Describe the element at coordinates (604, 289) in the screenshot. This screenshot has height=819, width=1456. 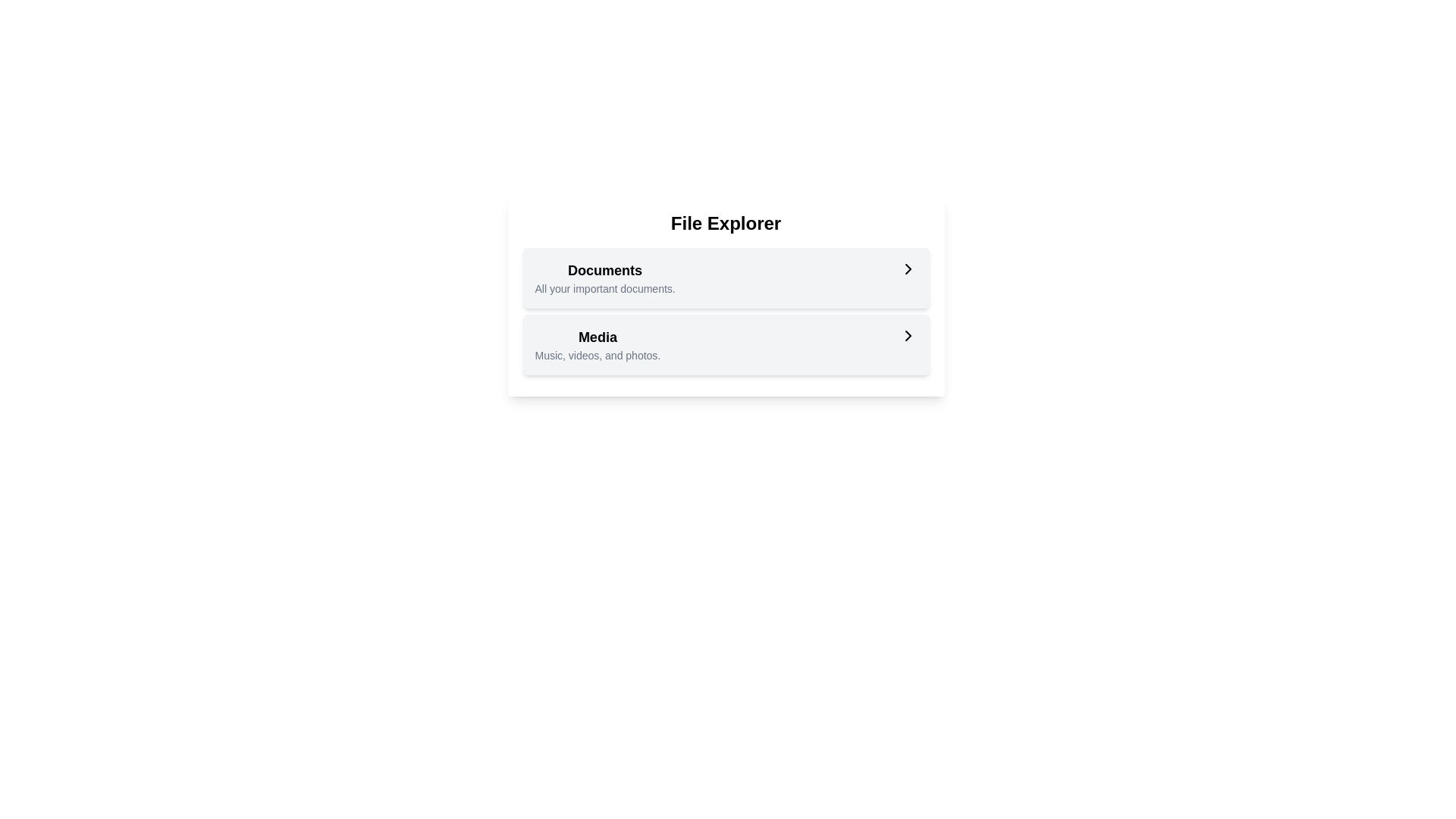
I see `the static text element providing supplementary information about the 'Documents' section, located directly beneath the 'Documents' label in the 'File Explorer' interface` at that location.